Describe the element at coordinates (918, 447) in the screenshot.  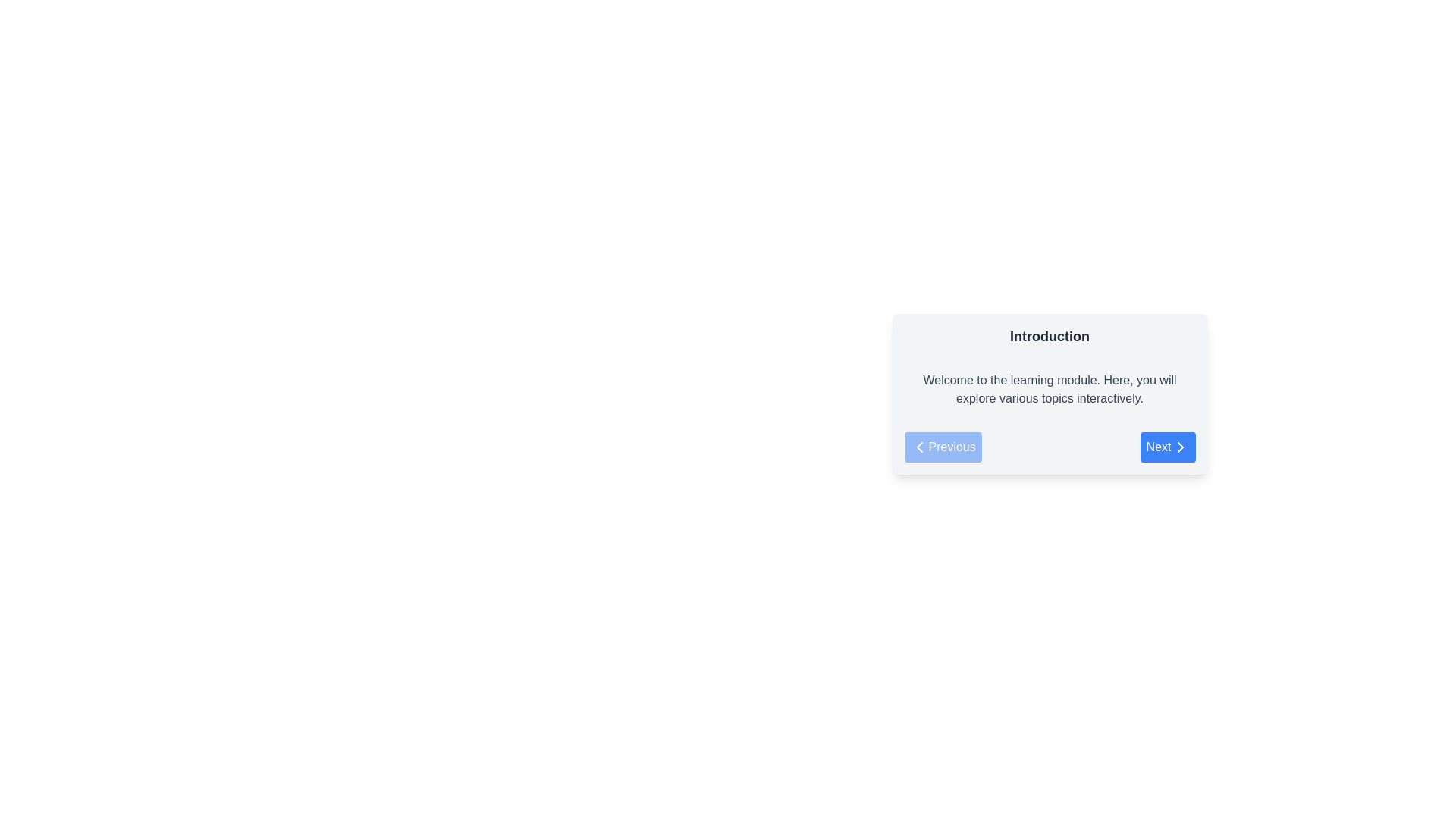
I see `the left-pointing chevron icon within the 'Previous' button, located at the bottom-center of the card-like region` at that location.